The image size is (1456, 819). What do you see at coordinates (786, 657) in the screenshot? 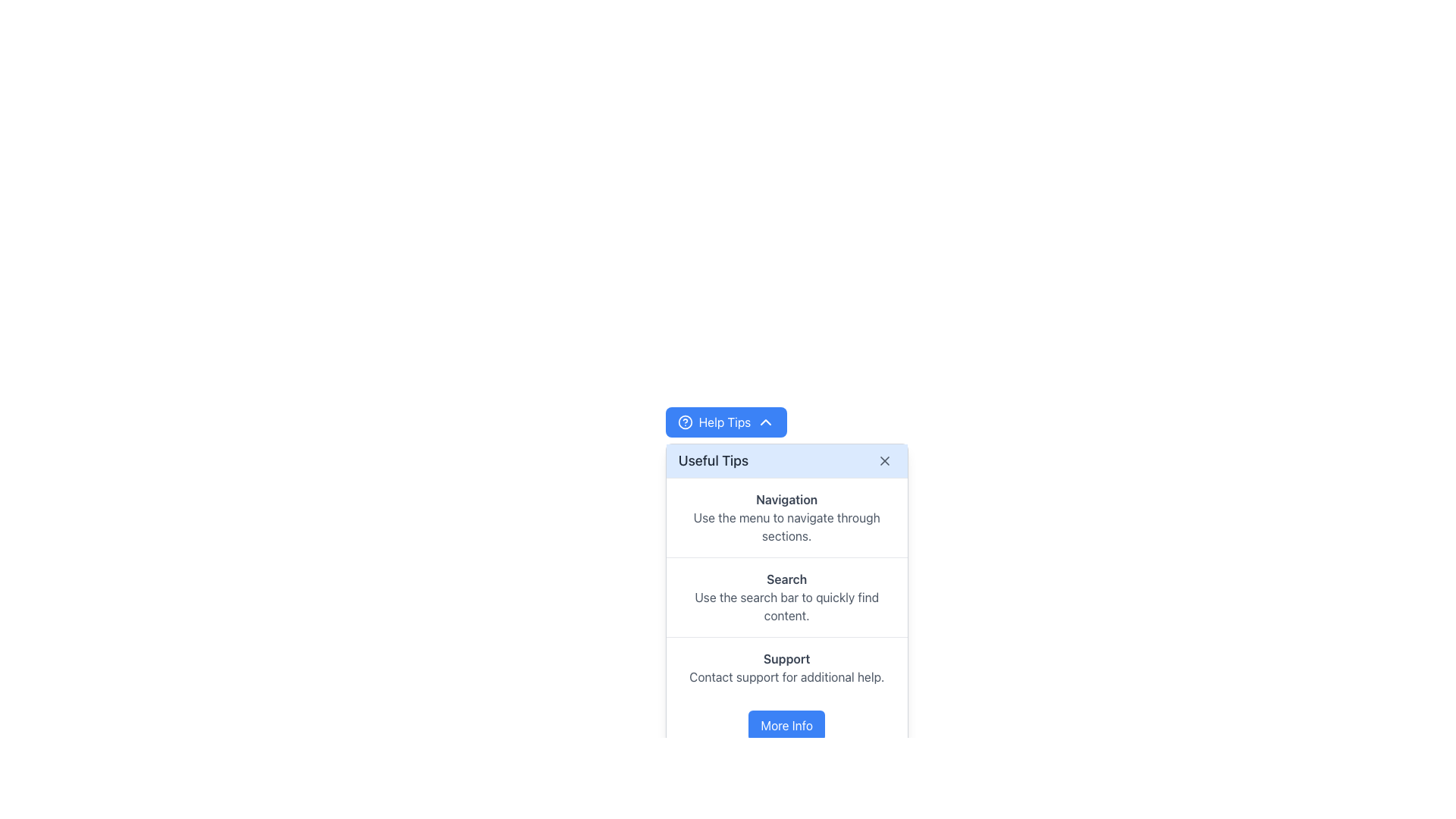
I see `the heading text element that provides context for support-related tips, located above the 'Contact support for additional help' text within the 'Useful Tips' card` at bounding box center [786, 657].